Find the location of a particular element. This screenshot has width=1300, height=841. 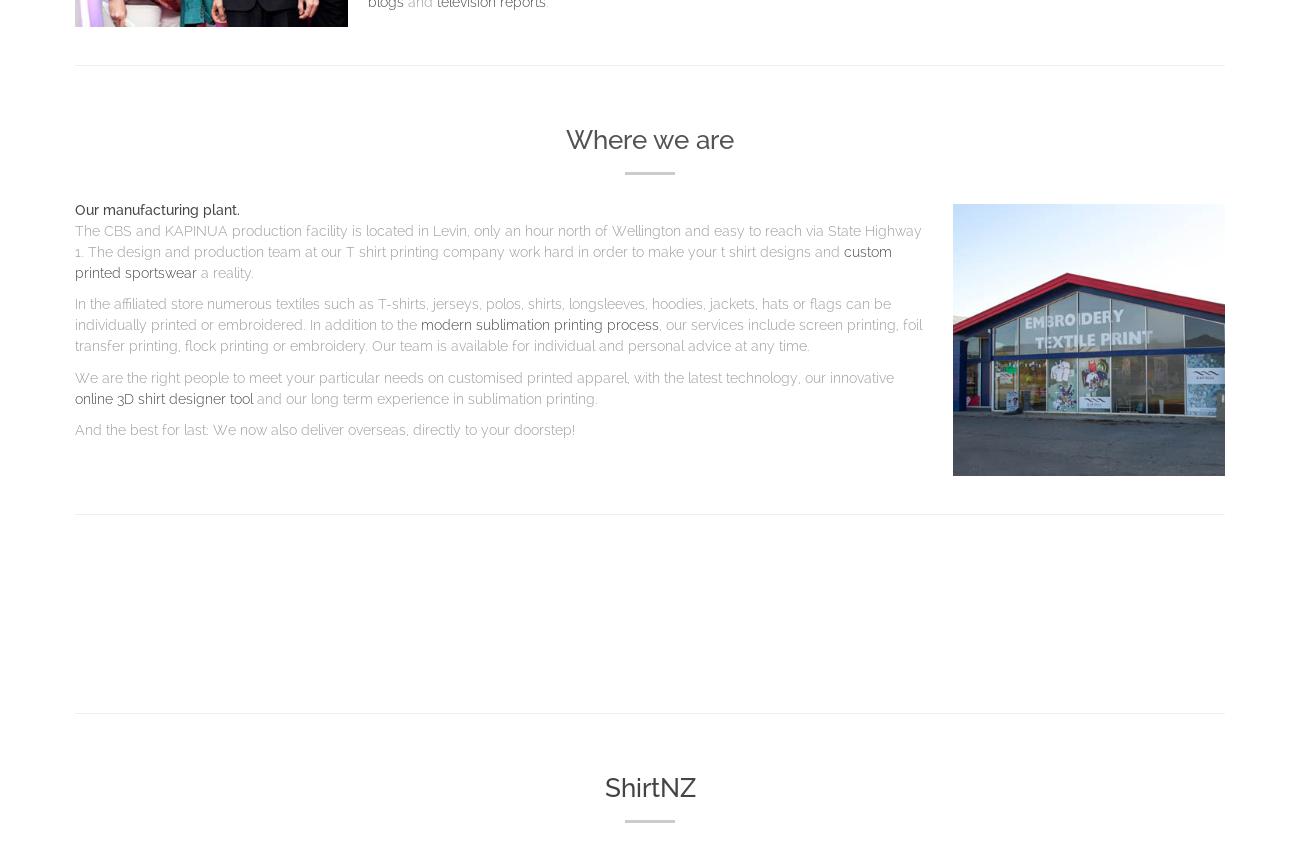

'and our long term experience in sublimation printing.' is located at coordinates (427, 396).